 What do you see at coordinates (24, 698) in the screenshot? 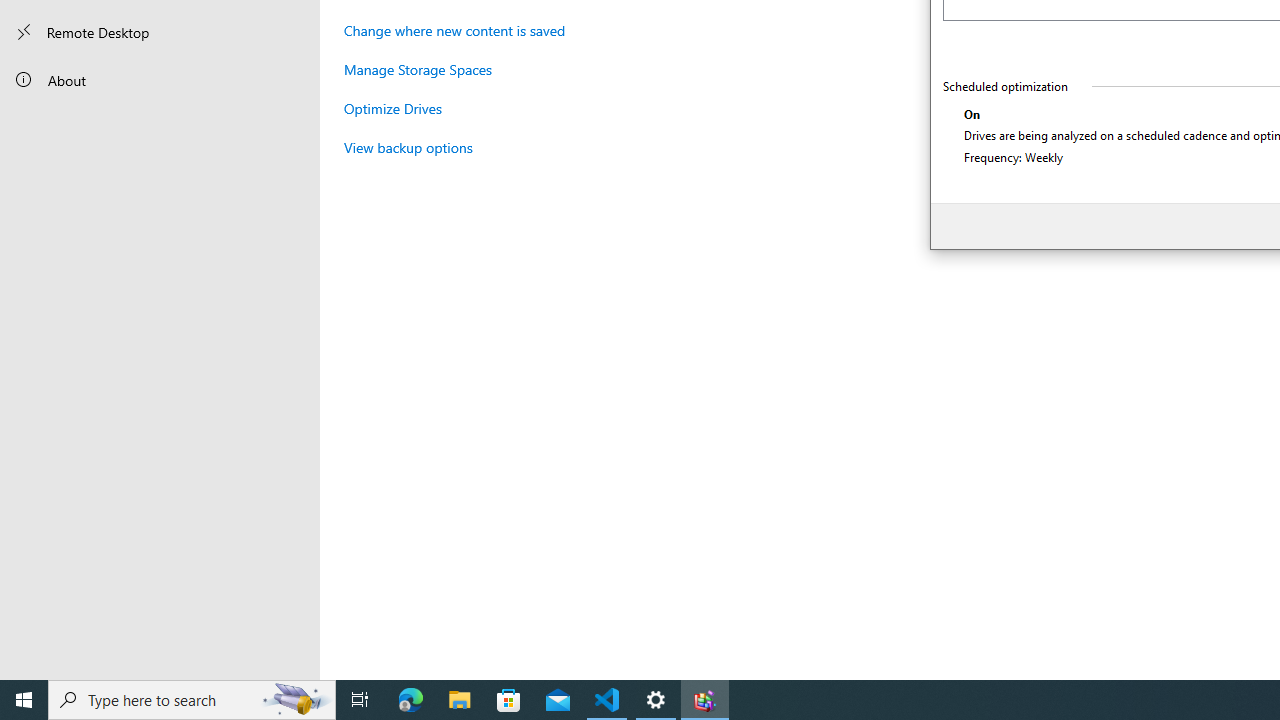
I see `'Start'` at bounding box center [24, 698].